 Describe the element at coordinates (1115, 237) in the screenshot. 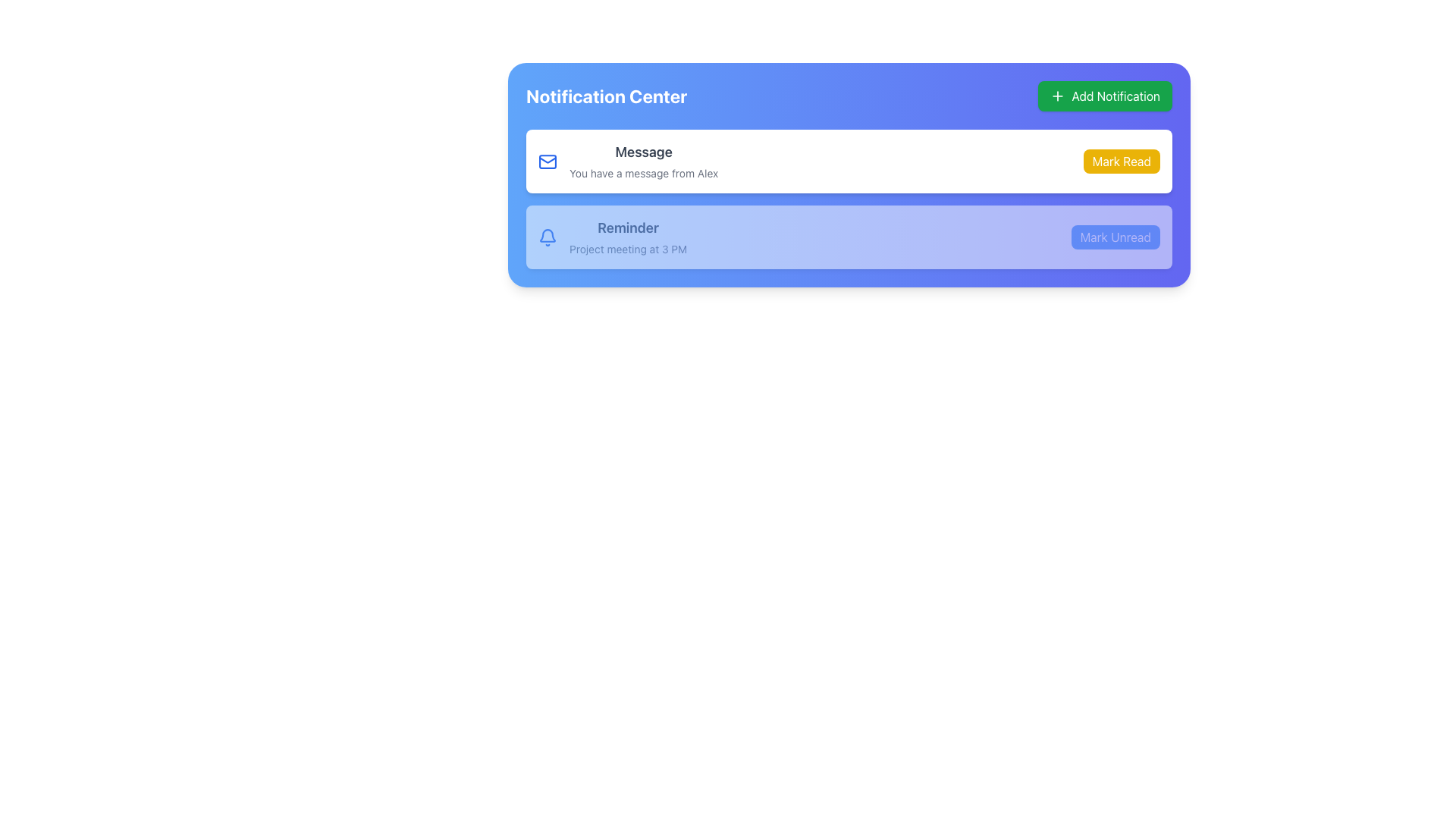

I see `the 'Mark Unread' button located in the second notification card titled 'Reminder' to mark the notification as unread` at that location.